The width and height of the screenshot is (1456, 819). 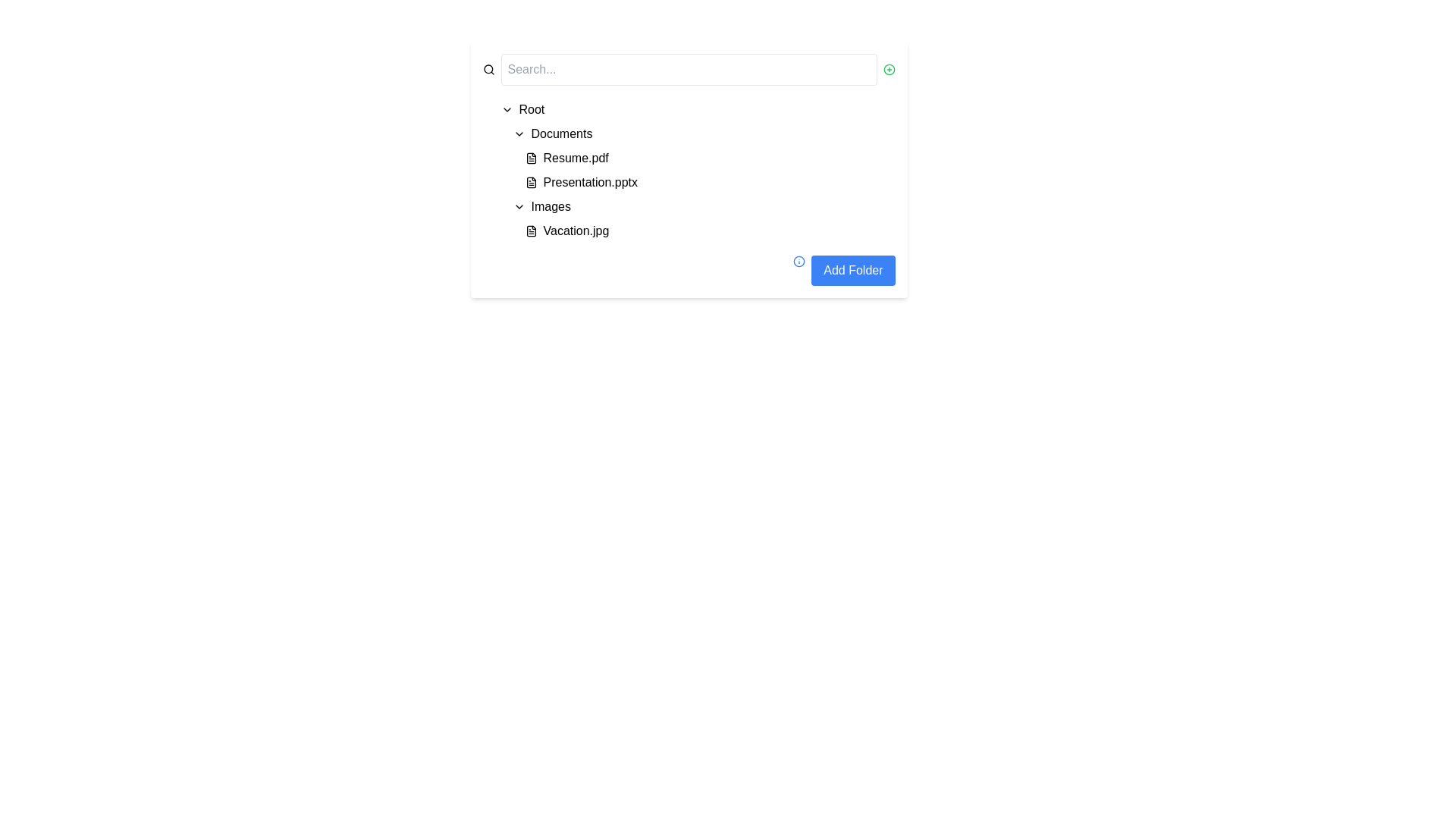 I want to click on the File entry labeled 'Vacation.jpg' in the 'Images' folder, so click(x=706, y=231).